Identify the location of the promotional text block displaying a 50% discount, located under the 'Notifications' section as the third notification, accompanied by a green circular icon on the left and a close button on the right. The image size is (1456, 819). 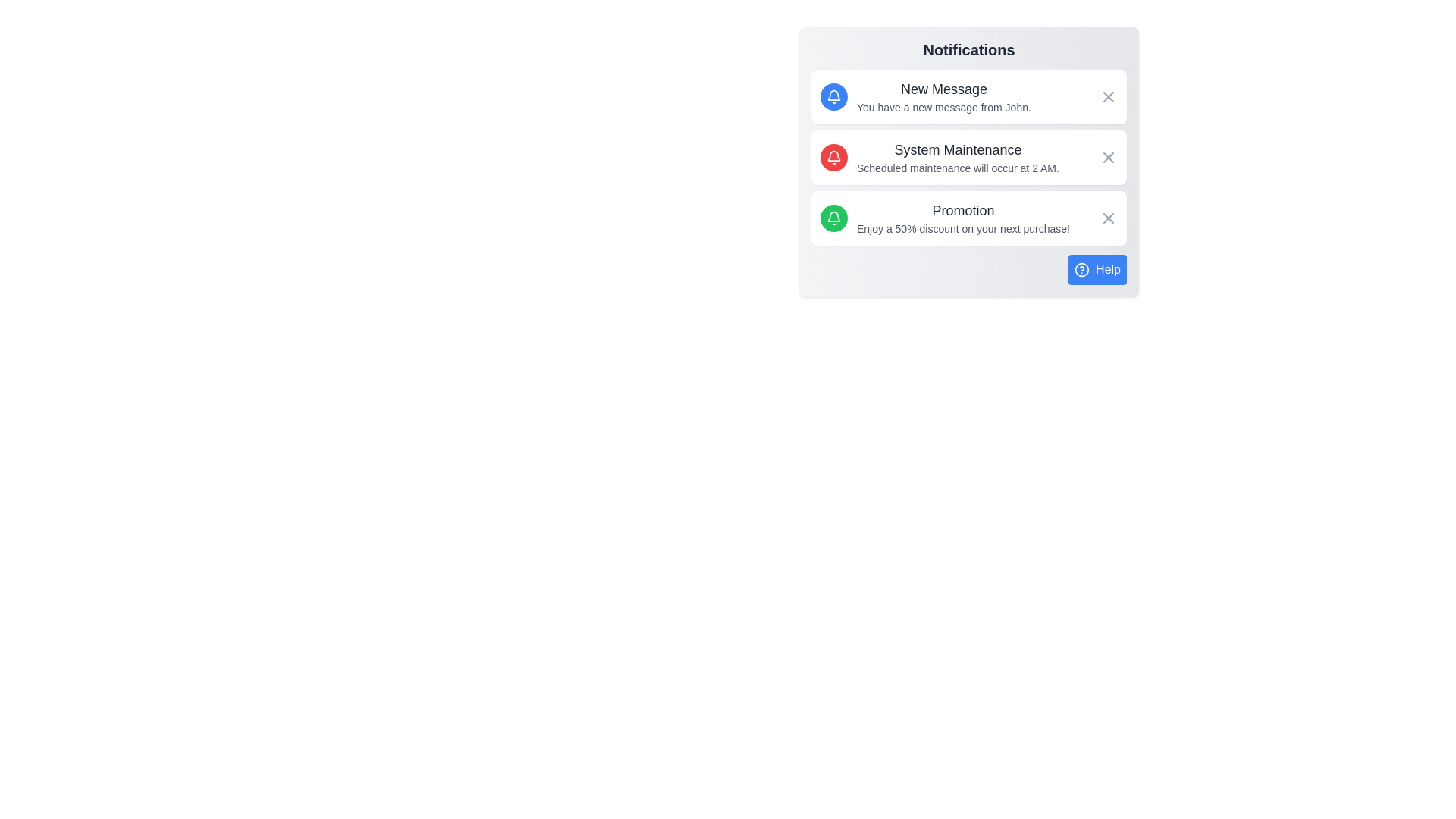
(962, 218).